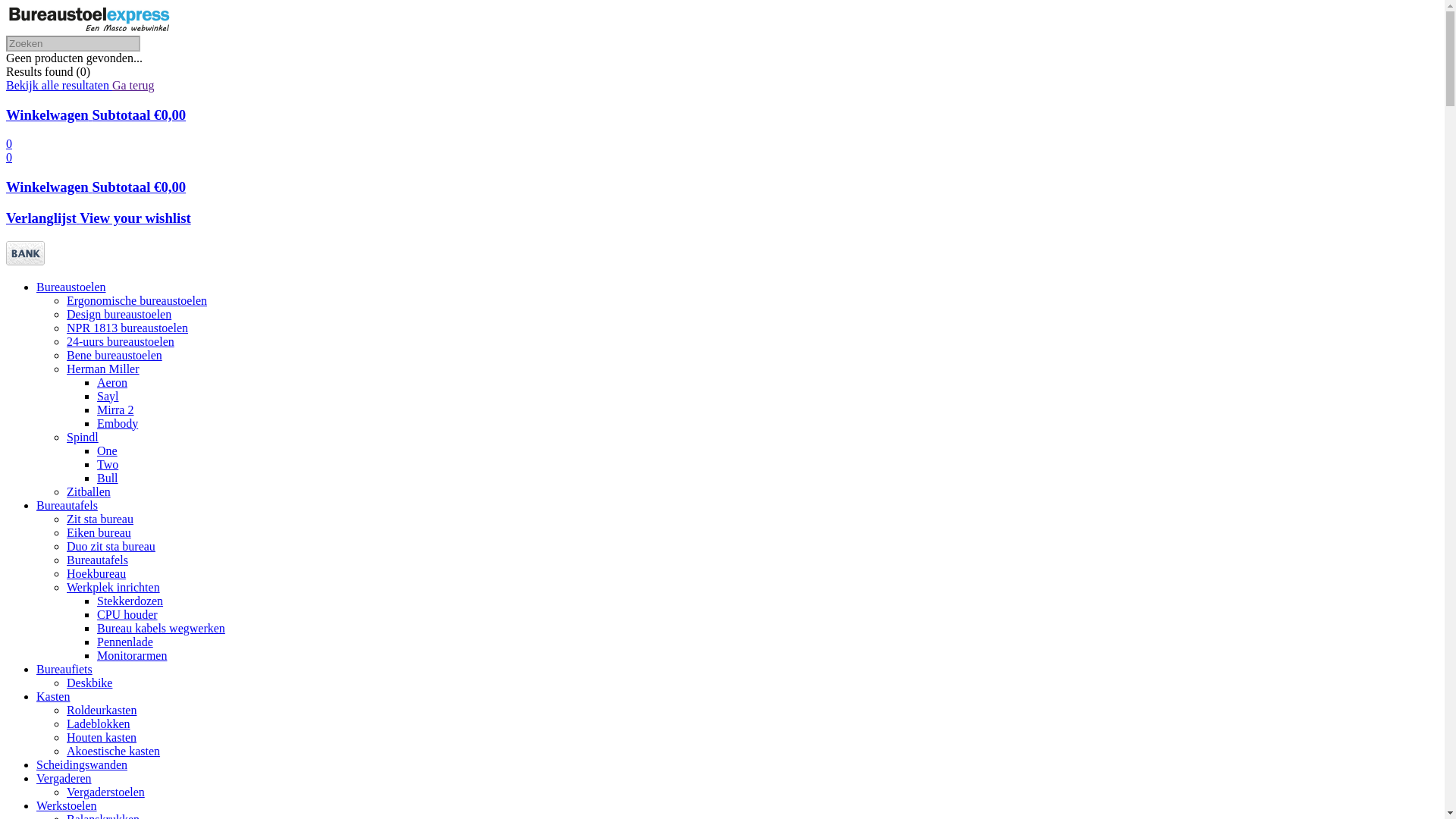 This screenshot has height=819, width=1456. Describe the element at coordinates (110, 546) in the screenshot. I see `'Duo zit sta bureau'` at that location.